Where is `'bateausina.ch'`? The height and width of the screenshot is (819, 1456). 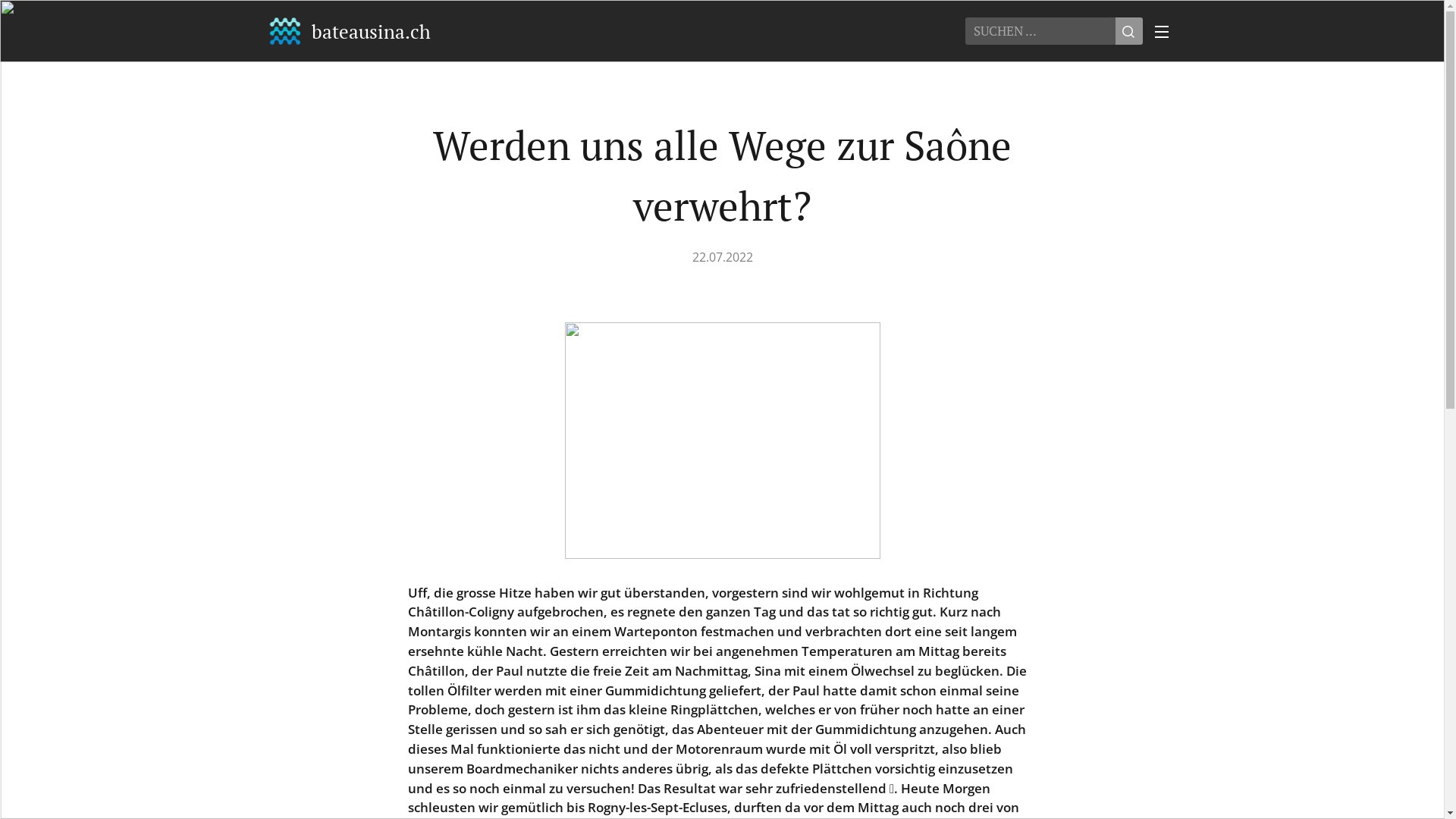 'bateausina.ch' is located at coordinates (349, 31).